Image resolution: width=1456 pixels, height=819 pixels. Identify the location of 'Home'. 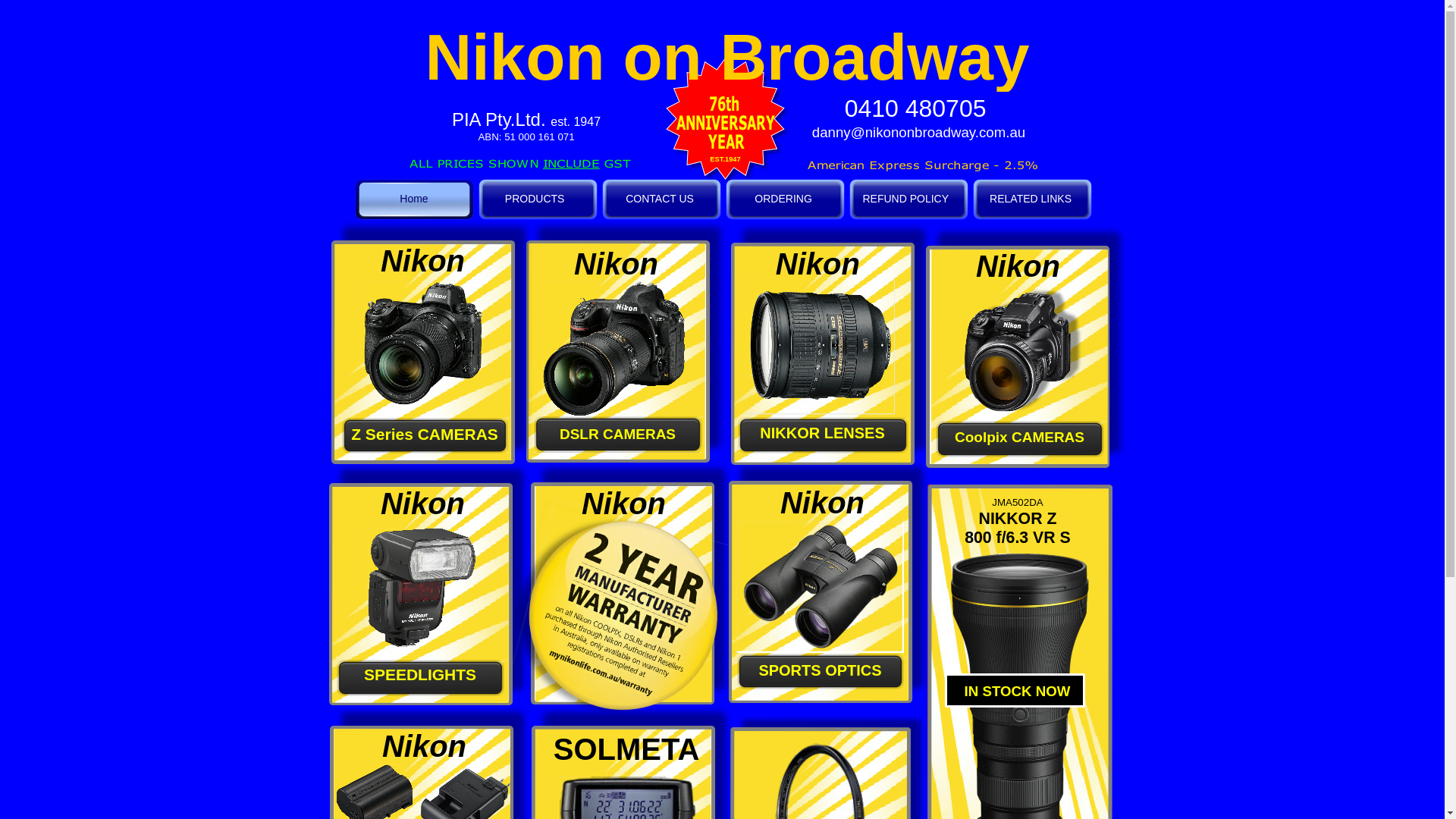
(413, 198).